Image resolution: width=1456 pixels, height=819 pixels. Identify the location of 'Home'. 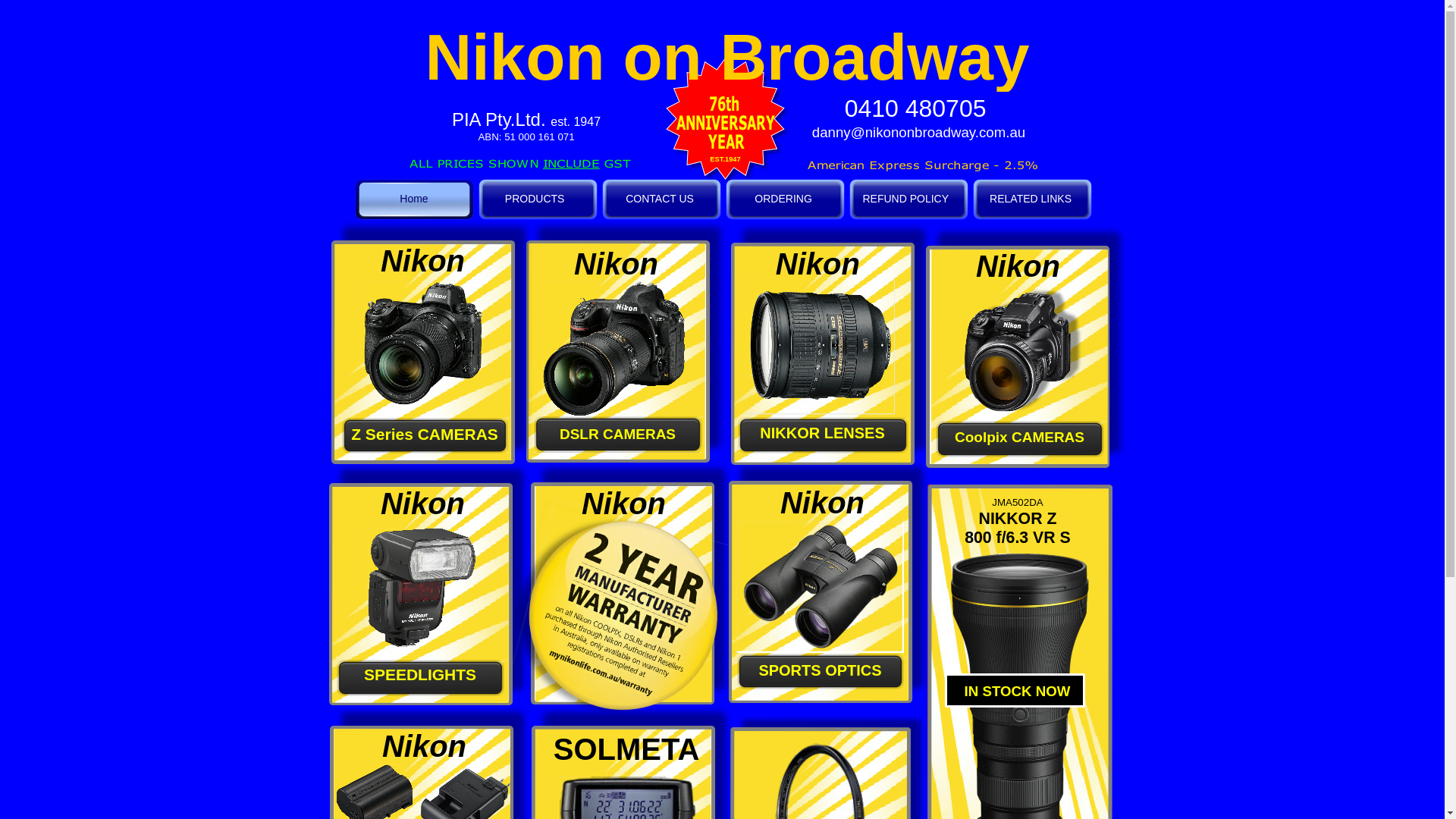
(413, 198).